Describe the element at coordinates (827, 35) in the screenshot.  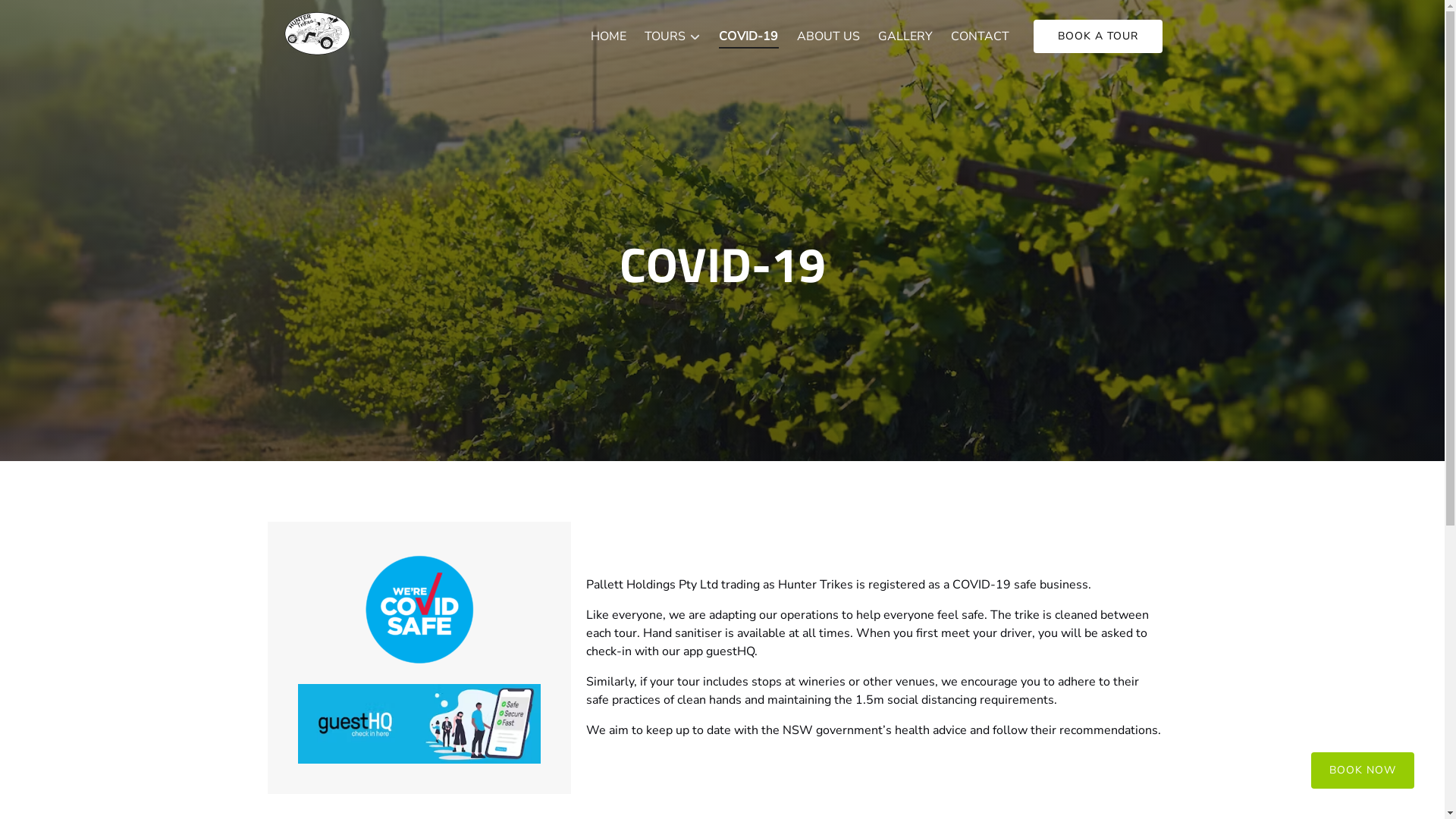
I see `'ABOUT US'` at that location.